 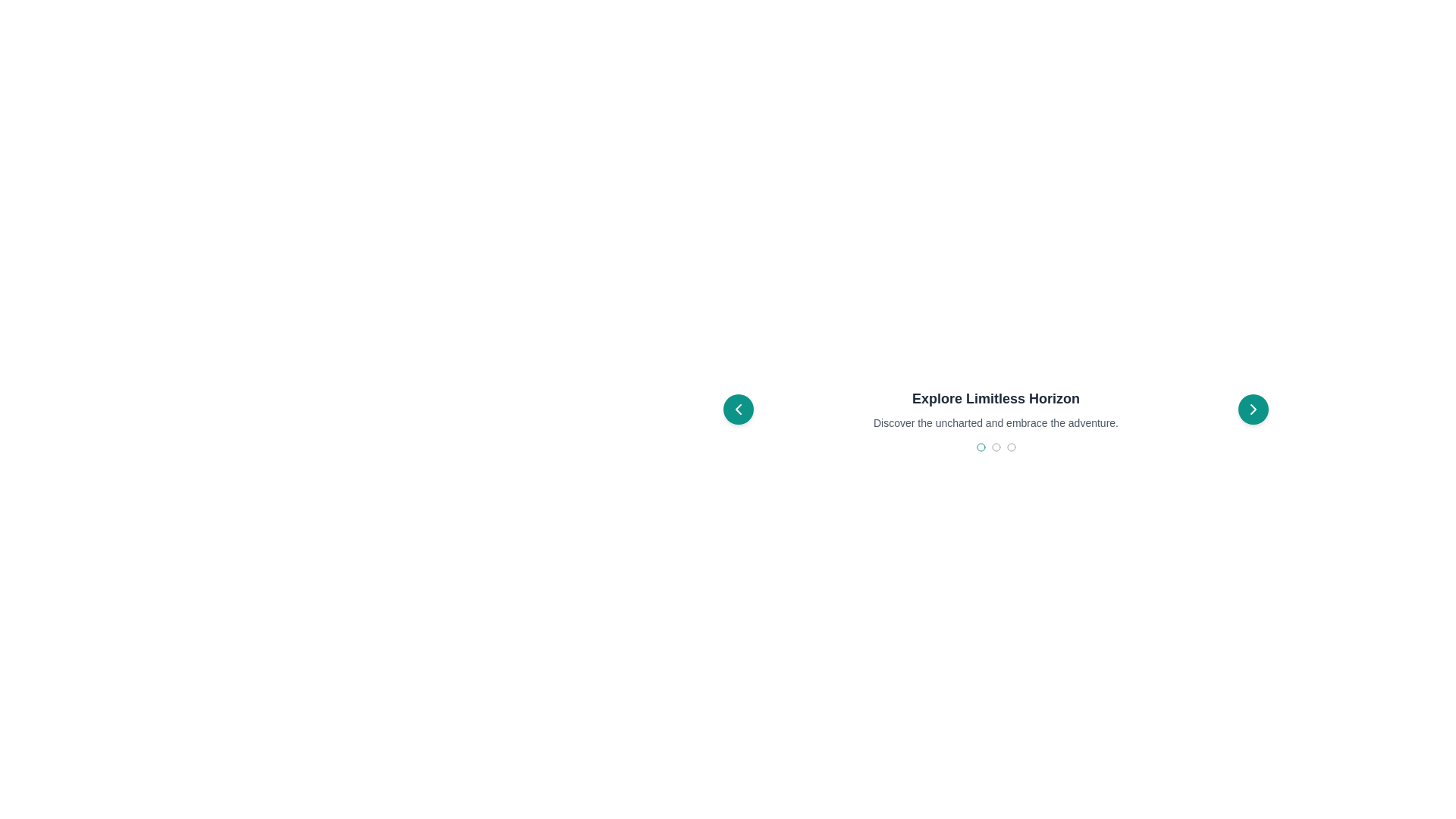 What do you see at coordinates (1011, 447) in the screenshot?
I see `the third circular navigation button located beneath the text 'Explore Limitless Horizon'` at bounding box center [1011, 447].